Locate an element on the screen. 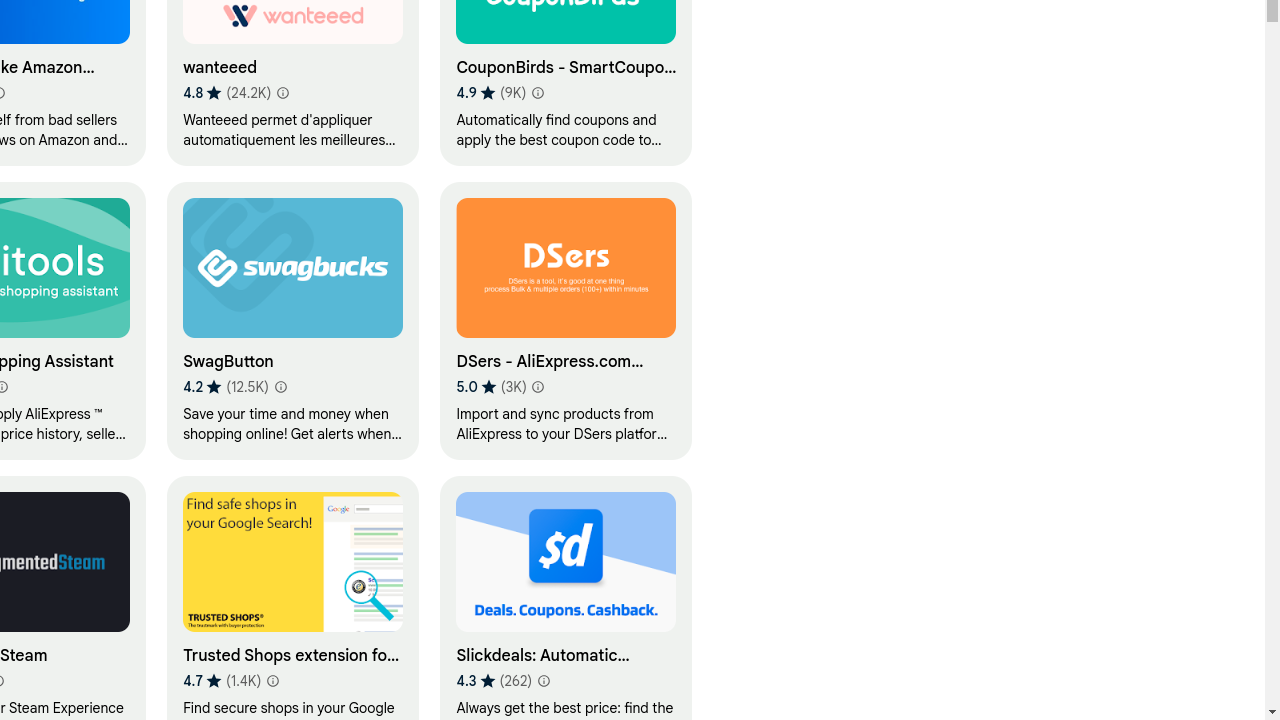  'Learn more about results and reviews "CouponBirds - SmartCoupon Coupon Finder"' is located at coordinates (537, 93).